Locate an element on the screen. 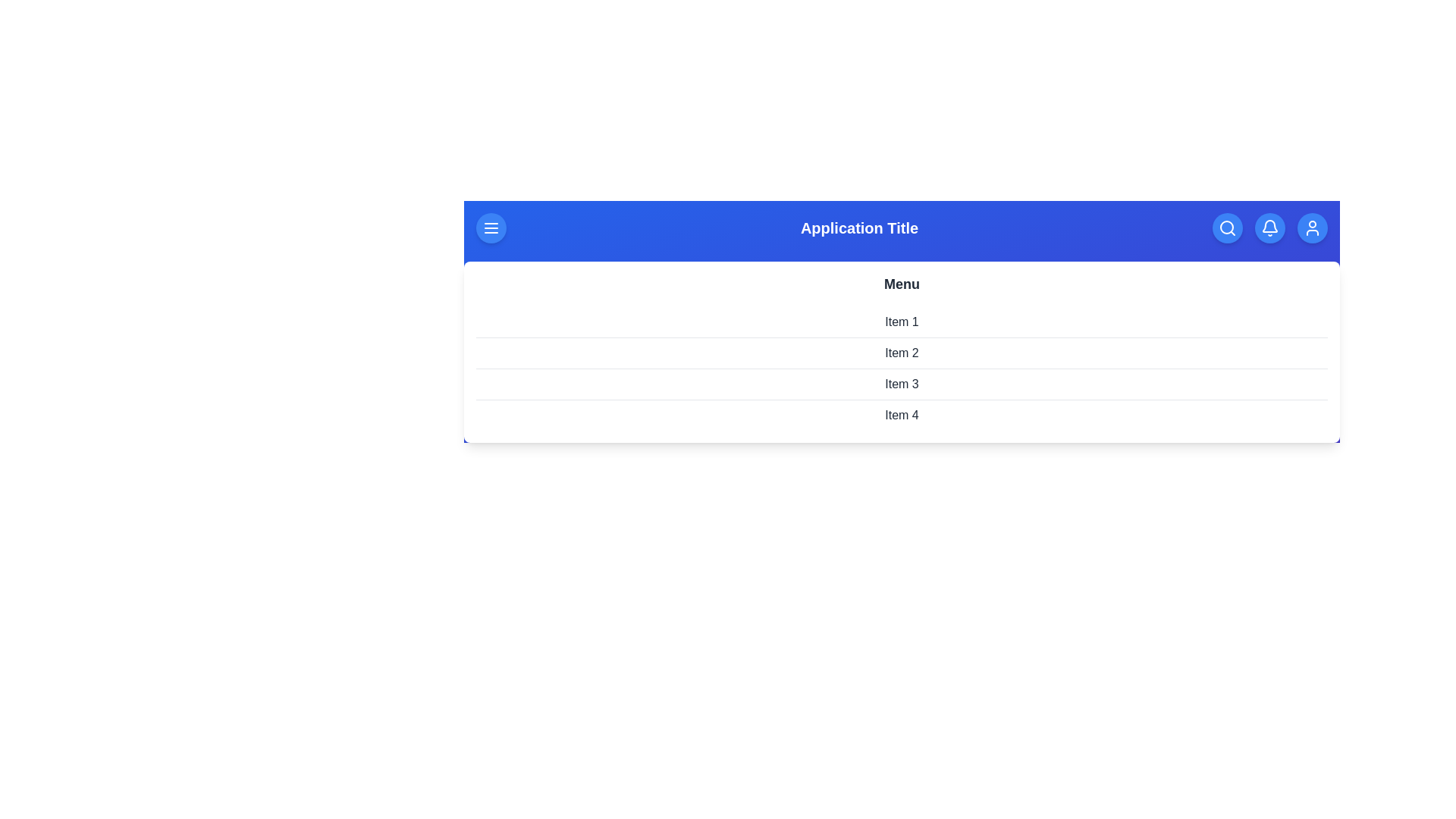 The image size is (1456, 819). the notification button is located at coordinates (1270, 227).